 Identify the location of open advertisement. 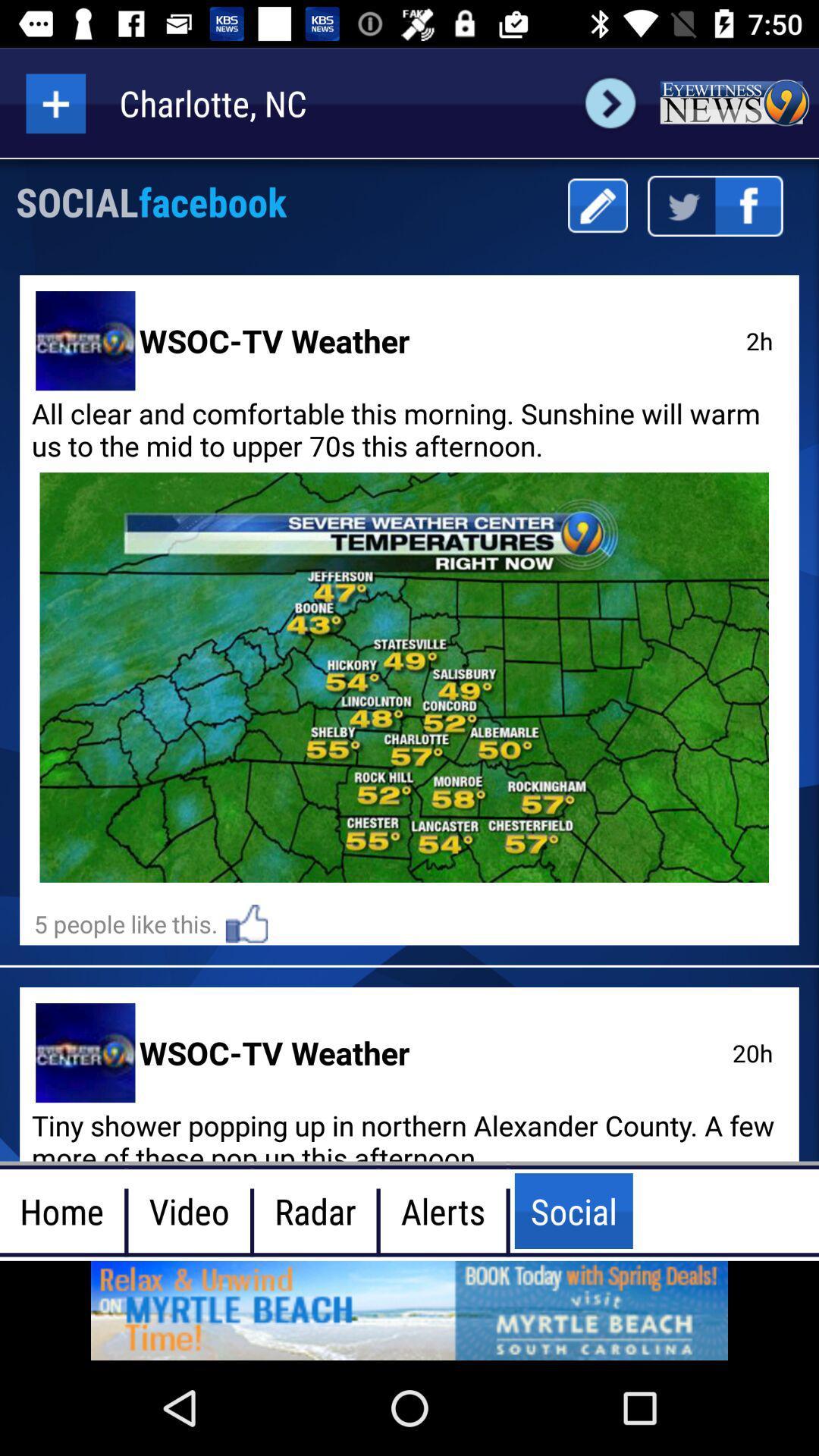
(409, 1310).